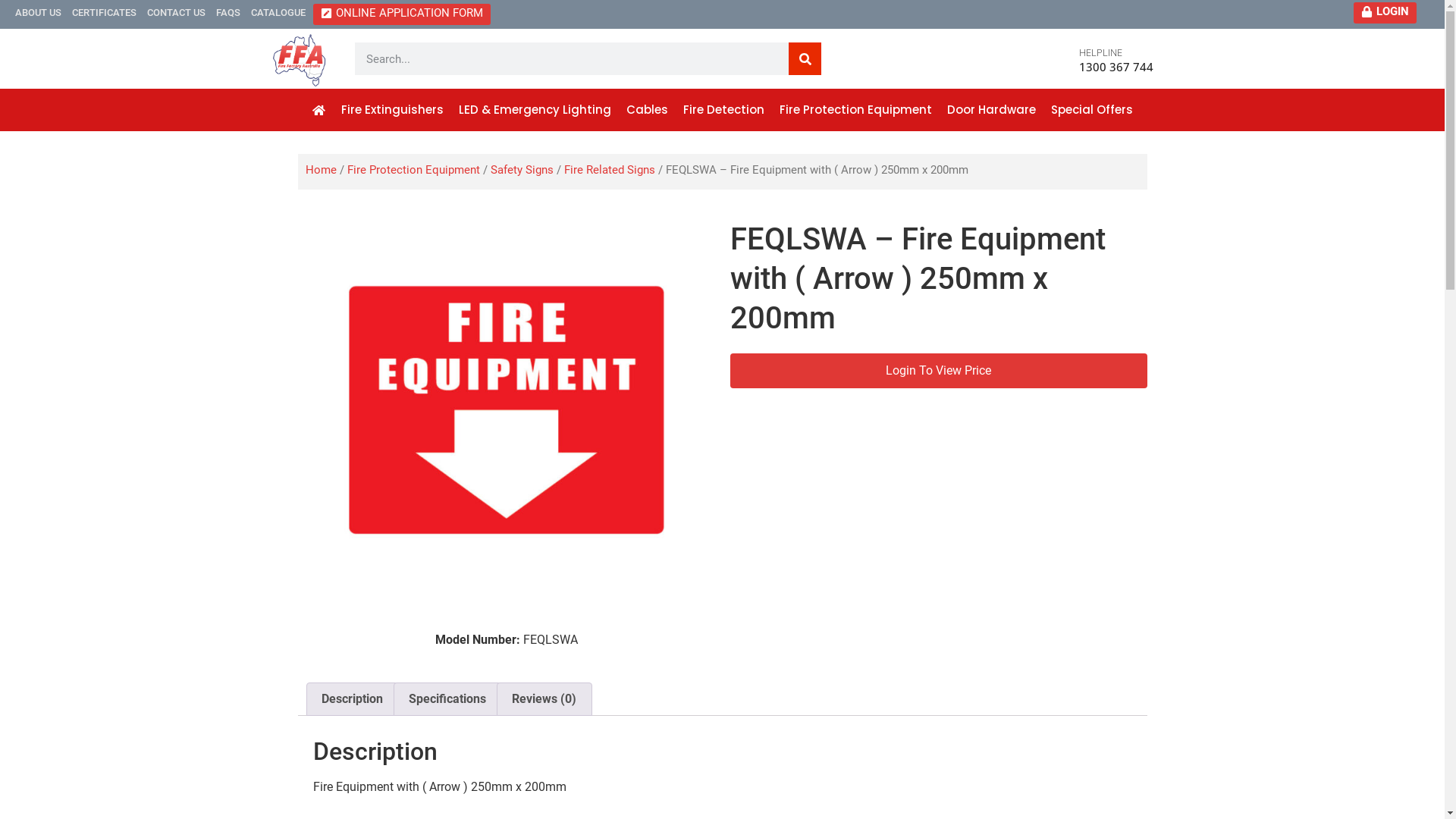 The width and height of the screenshot is (1456, 819). Describe the element at coordinates (544, 698) in the screenshot. I see `'Reviews (0)'` at that location.